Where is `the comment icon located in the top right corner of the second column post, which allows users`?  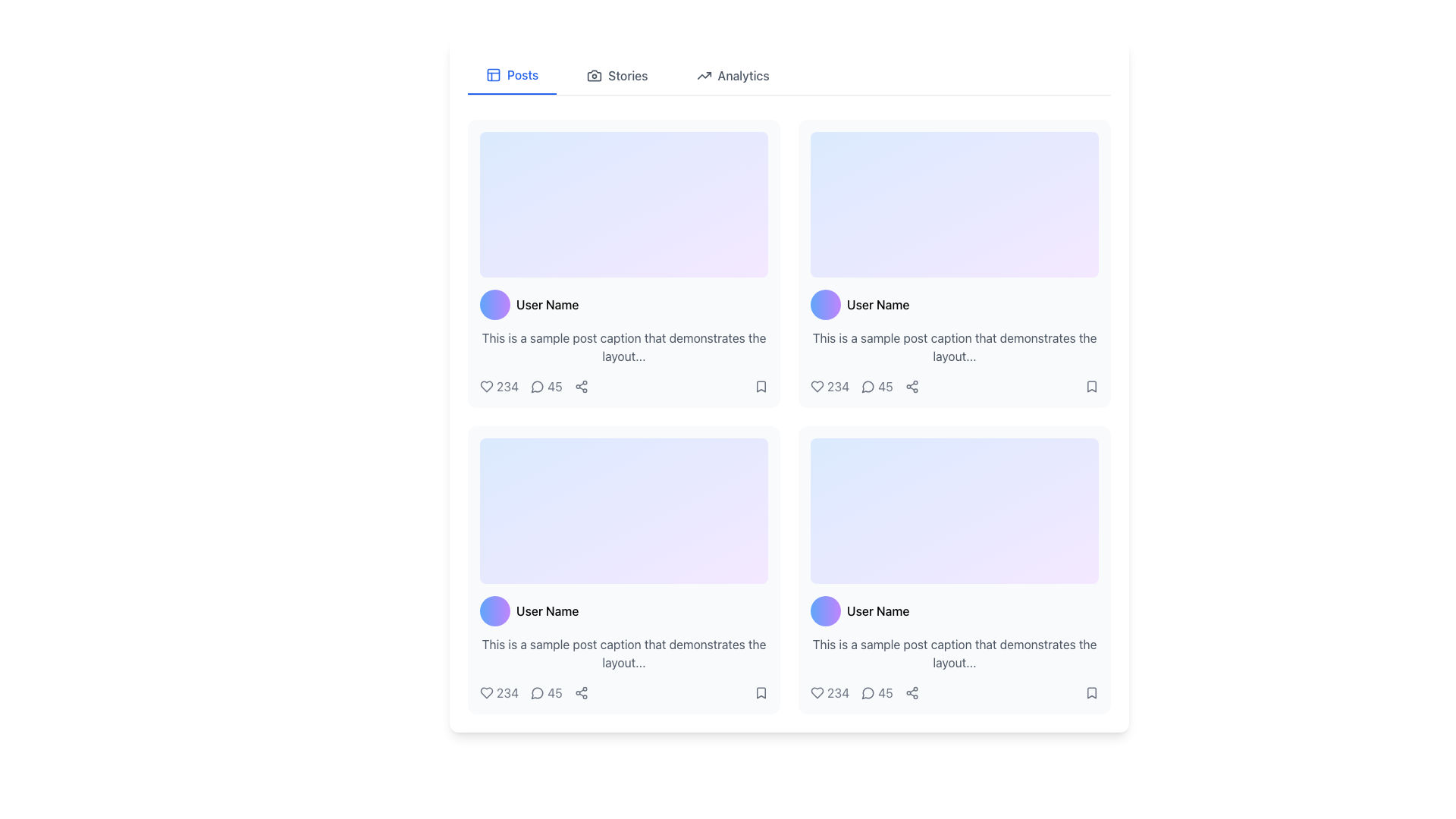
the comment icon located in the top right corner of the second column post, which allows users is located at coordinates (868, 386).